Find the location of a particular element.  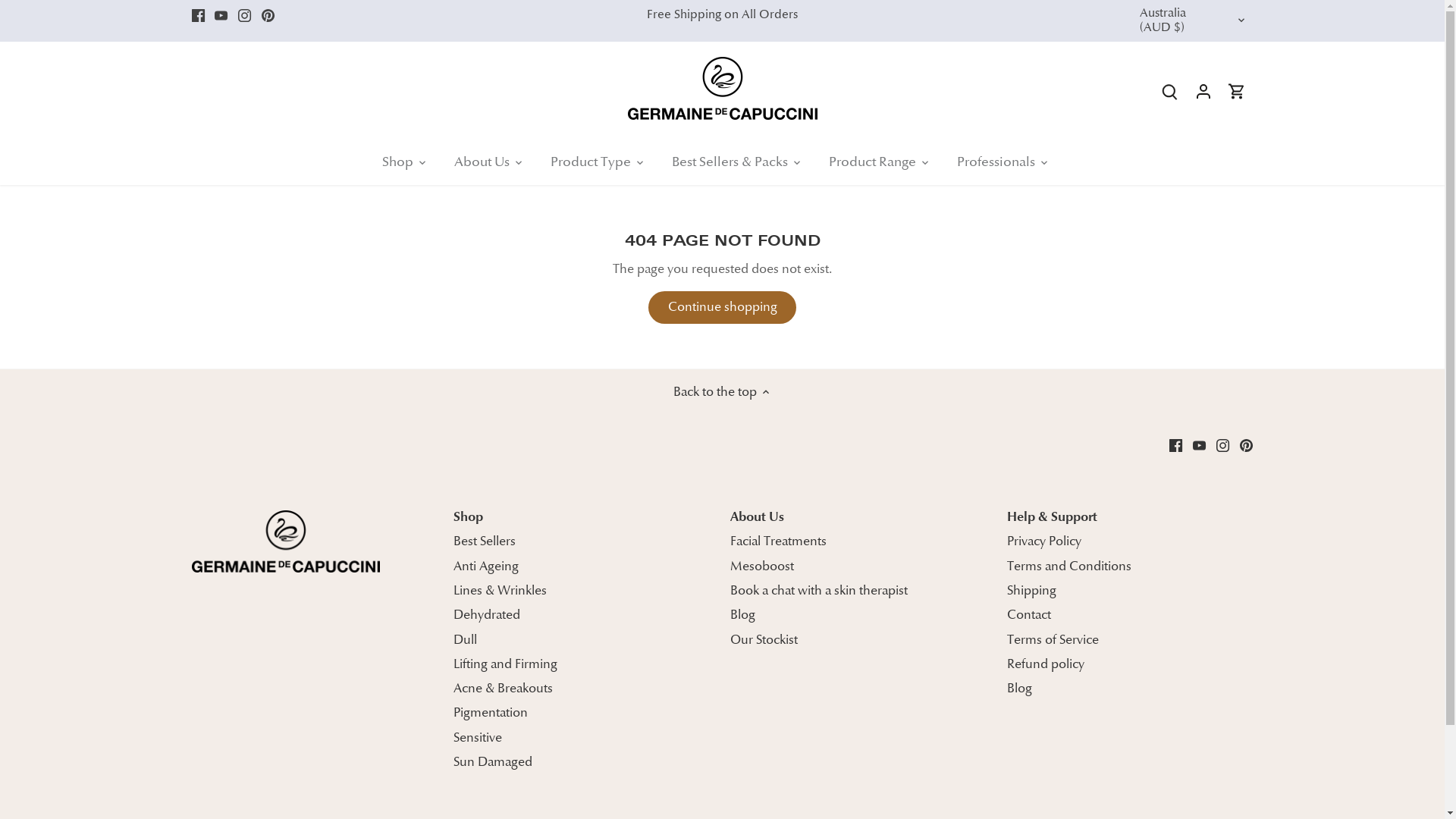

'Dehydrated' is located at coordinates (487, 614).